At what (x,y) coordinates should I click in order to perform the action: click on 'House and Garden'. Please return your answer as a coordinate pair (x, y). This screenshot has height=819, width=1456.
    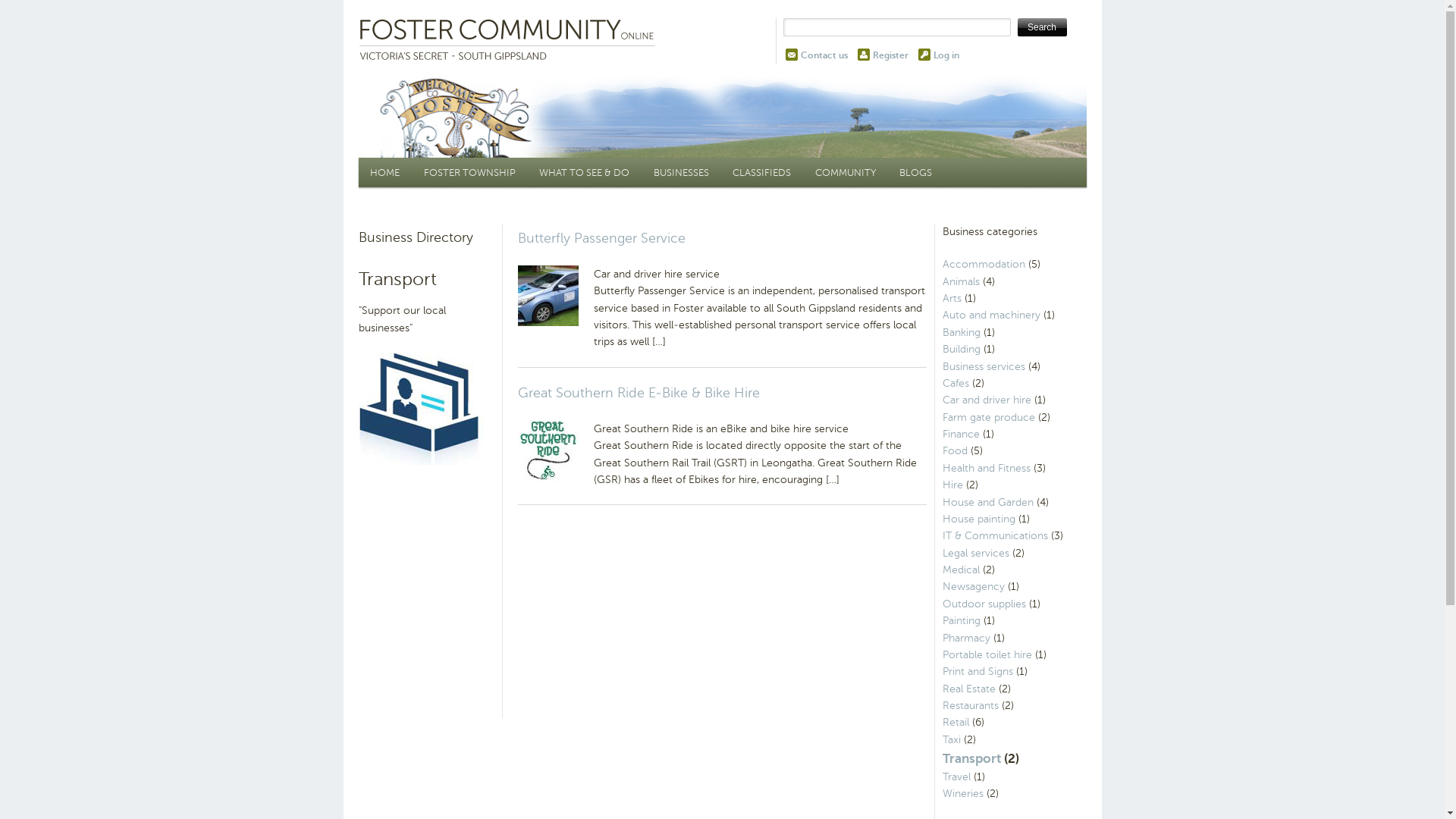
    Looking at the image, I should click on (987, 502).